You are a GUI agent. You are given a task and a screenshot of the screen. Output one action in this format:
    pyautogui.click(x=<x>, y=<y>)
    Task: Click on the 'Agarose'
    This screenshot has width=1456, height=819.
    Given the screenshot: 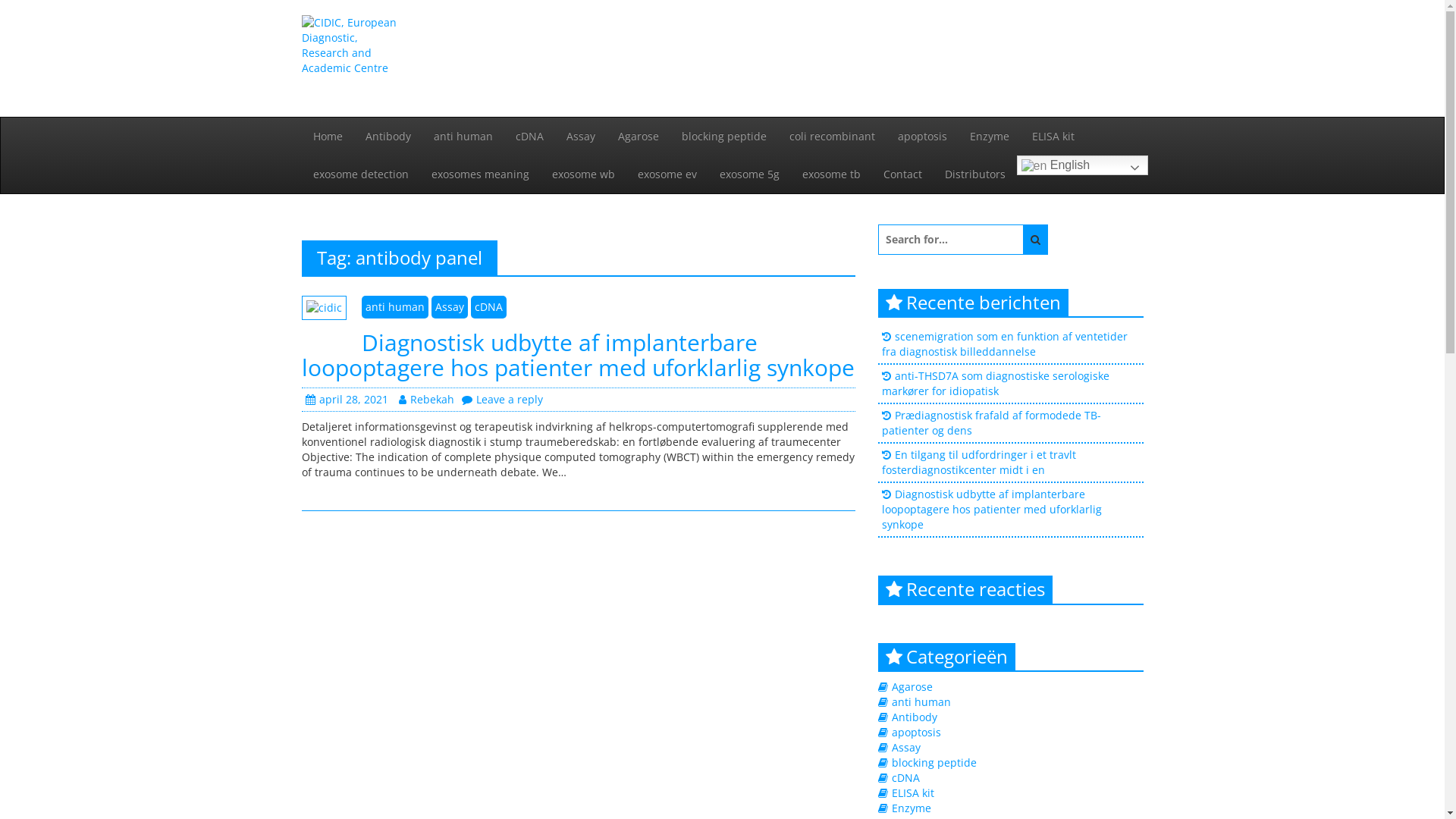 What is the action you would take?
    pyautogui.click(x=638, y=136)
    